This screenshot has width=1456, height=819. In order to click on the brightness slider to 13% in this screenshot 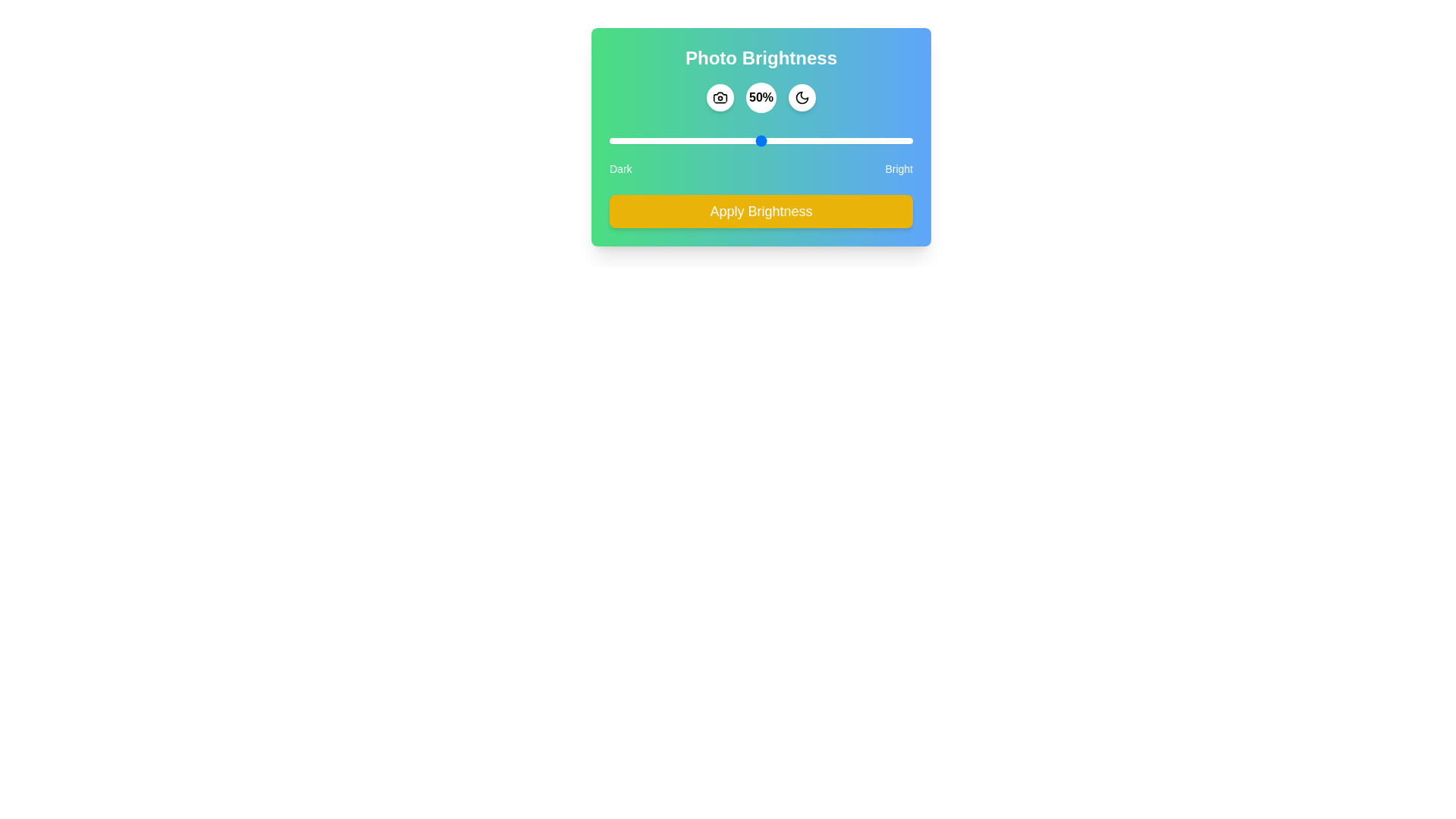, I will do `click(648, 140)`.